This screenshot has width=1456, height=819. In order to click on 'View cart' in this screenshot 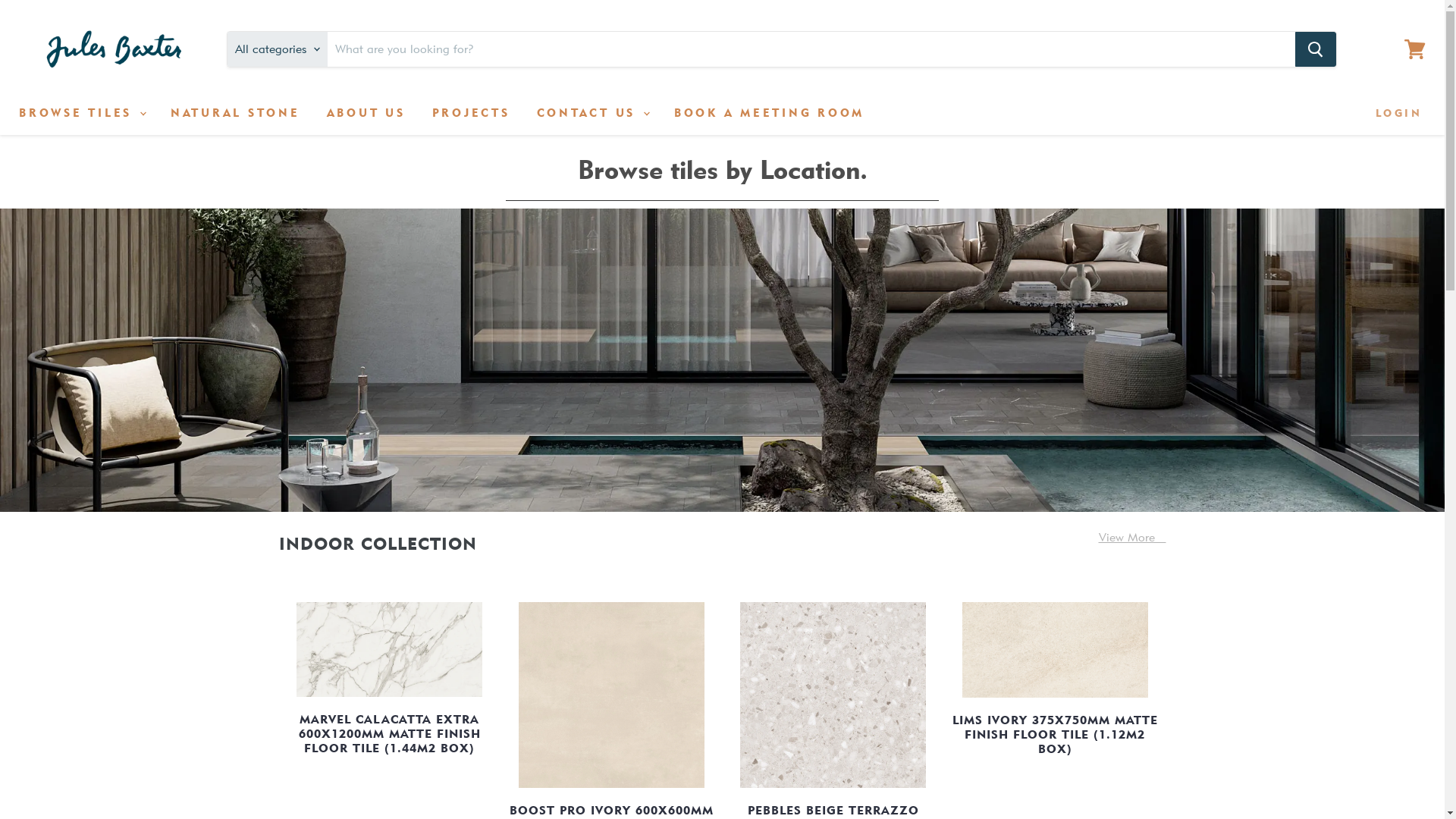, I will do `click(1414, 49)`.